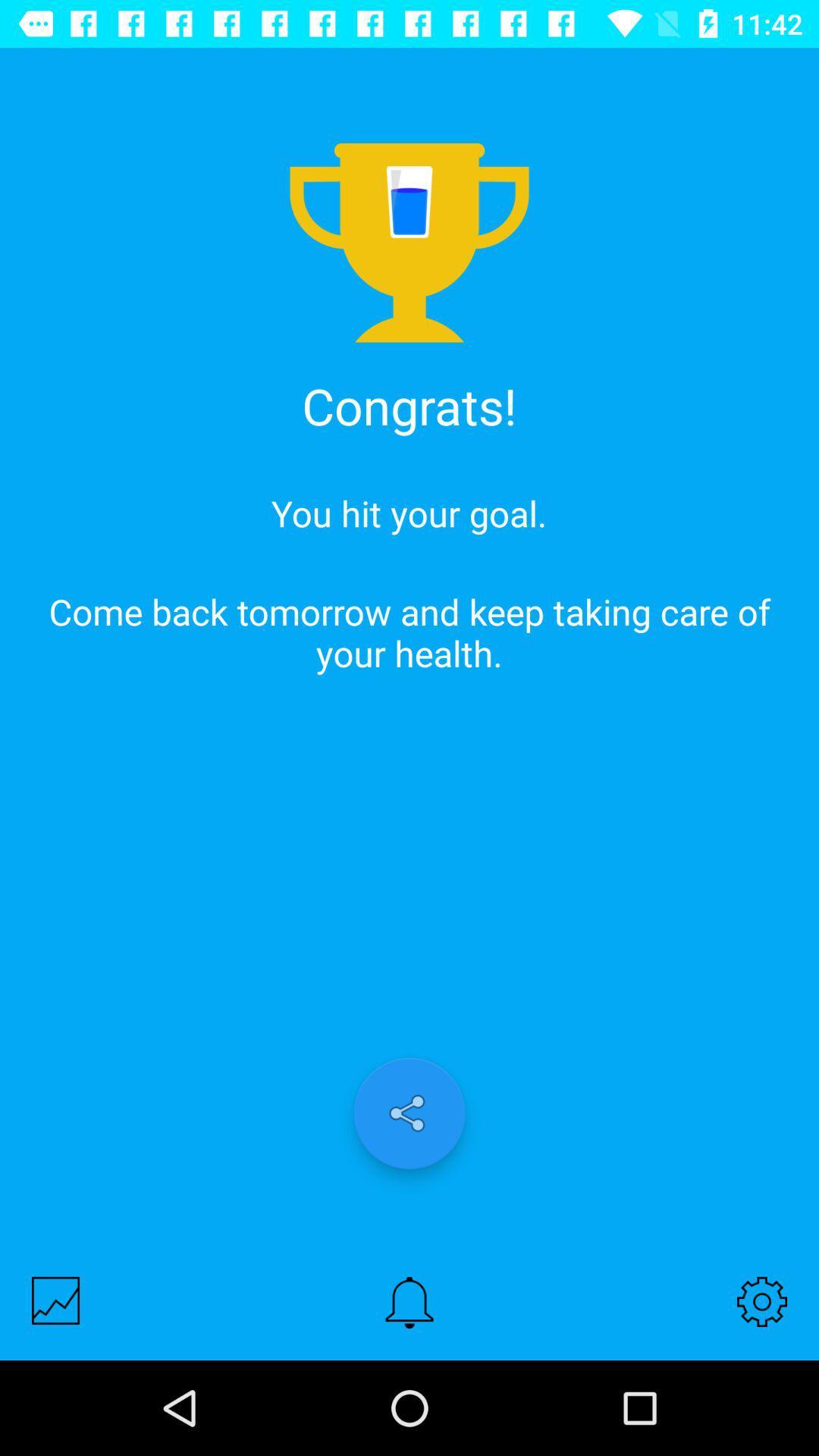 The image size is (819, 1456). I want to click on the icon below the come back tomorrow icon, so click(55, 1300).